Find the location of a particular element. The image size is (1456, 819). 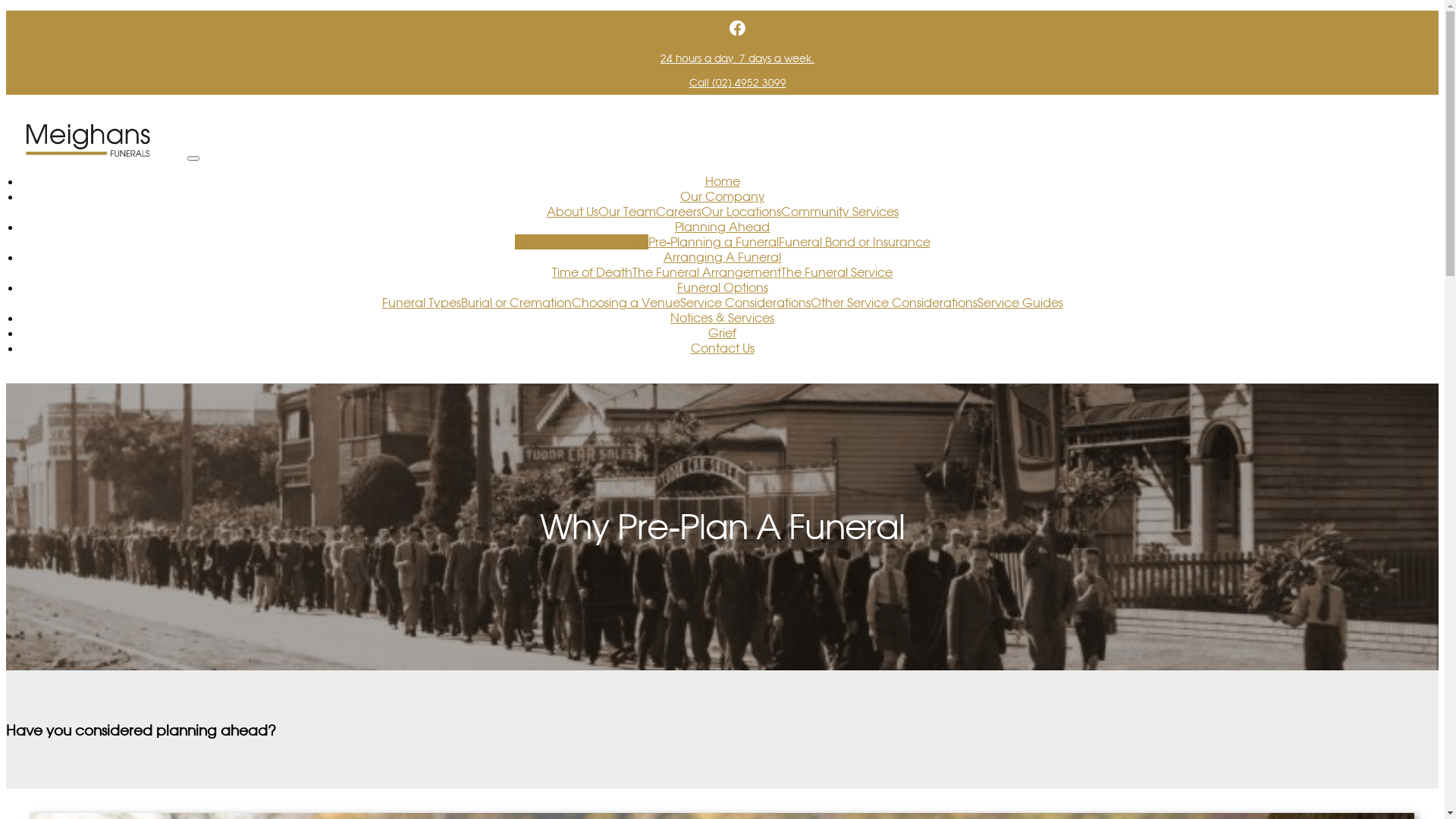

'Funeral Options' is located at coordinates (720, 287).